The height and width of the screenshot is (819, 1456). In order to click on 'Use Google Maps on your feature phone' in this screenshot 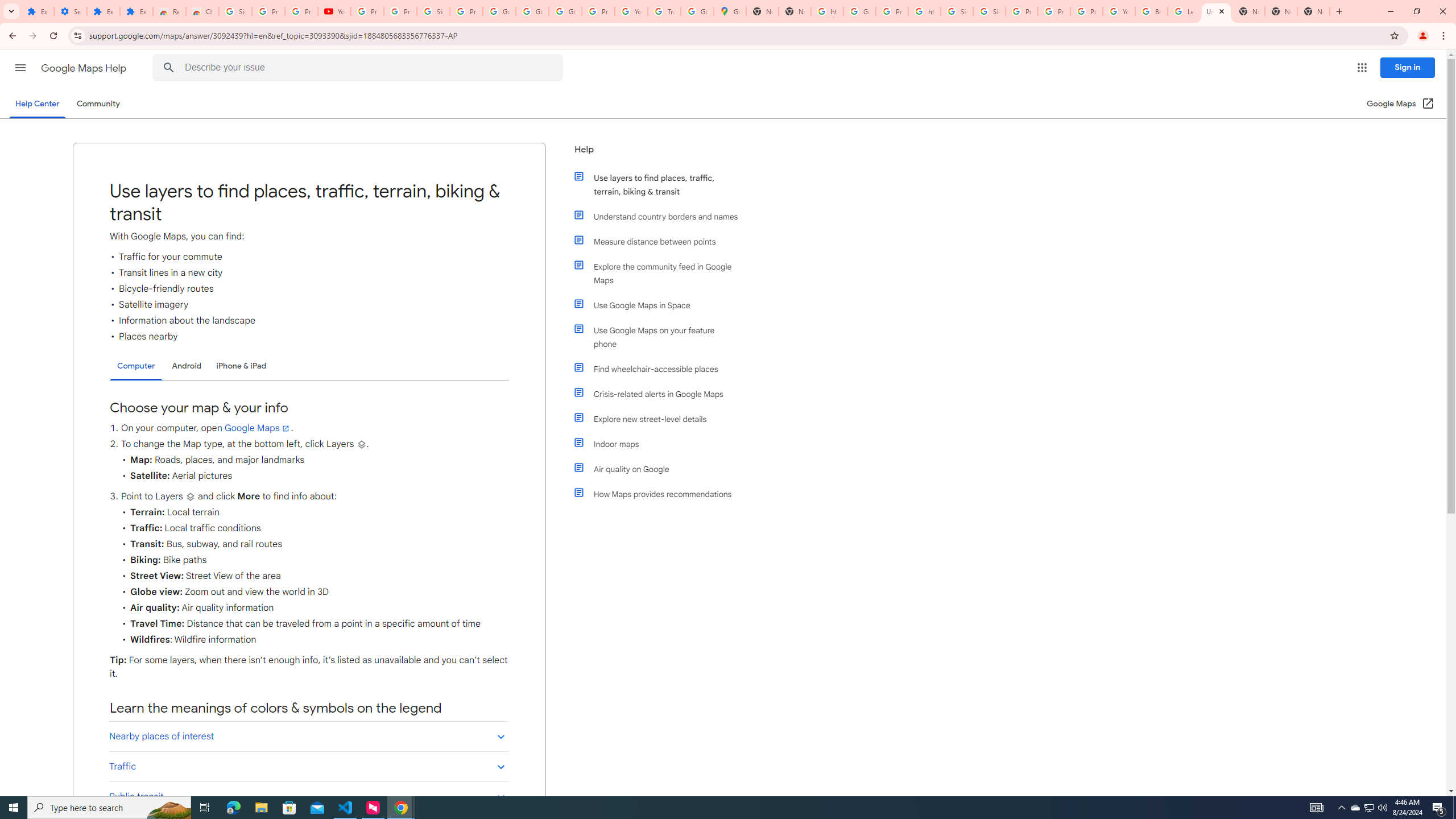, I will do `click(661, 336)`.